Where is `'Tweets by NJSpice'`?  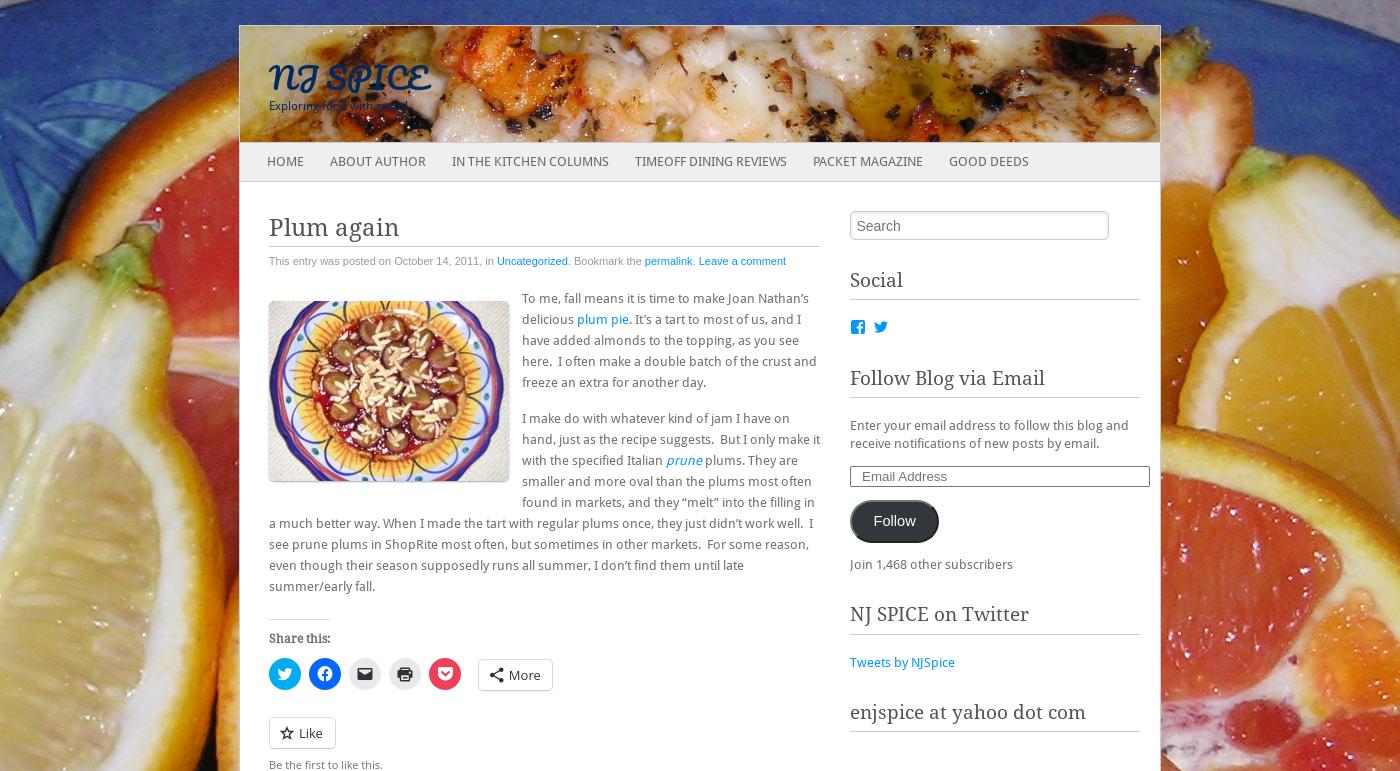
'Tweets by NJSpice' is located at coordinates (901, 661).